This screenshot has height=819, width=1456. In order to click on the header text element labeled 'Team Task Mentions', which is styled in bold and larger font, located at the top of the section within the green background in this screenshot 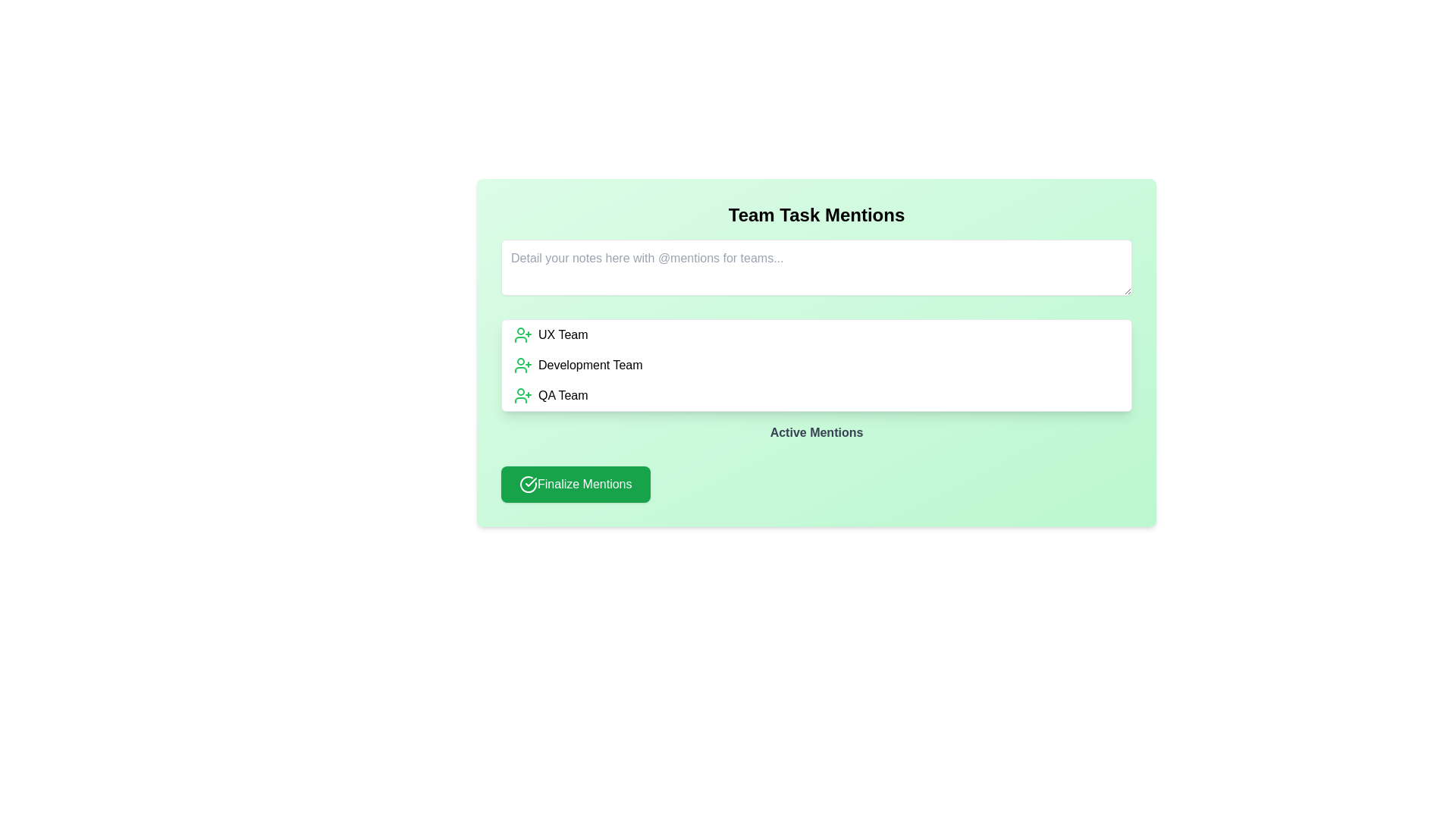, I will do `click(815, 215)`.